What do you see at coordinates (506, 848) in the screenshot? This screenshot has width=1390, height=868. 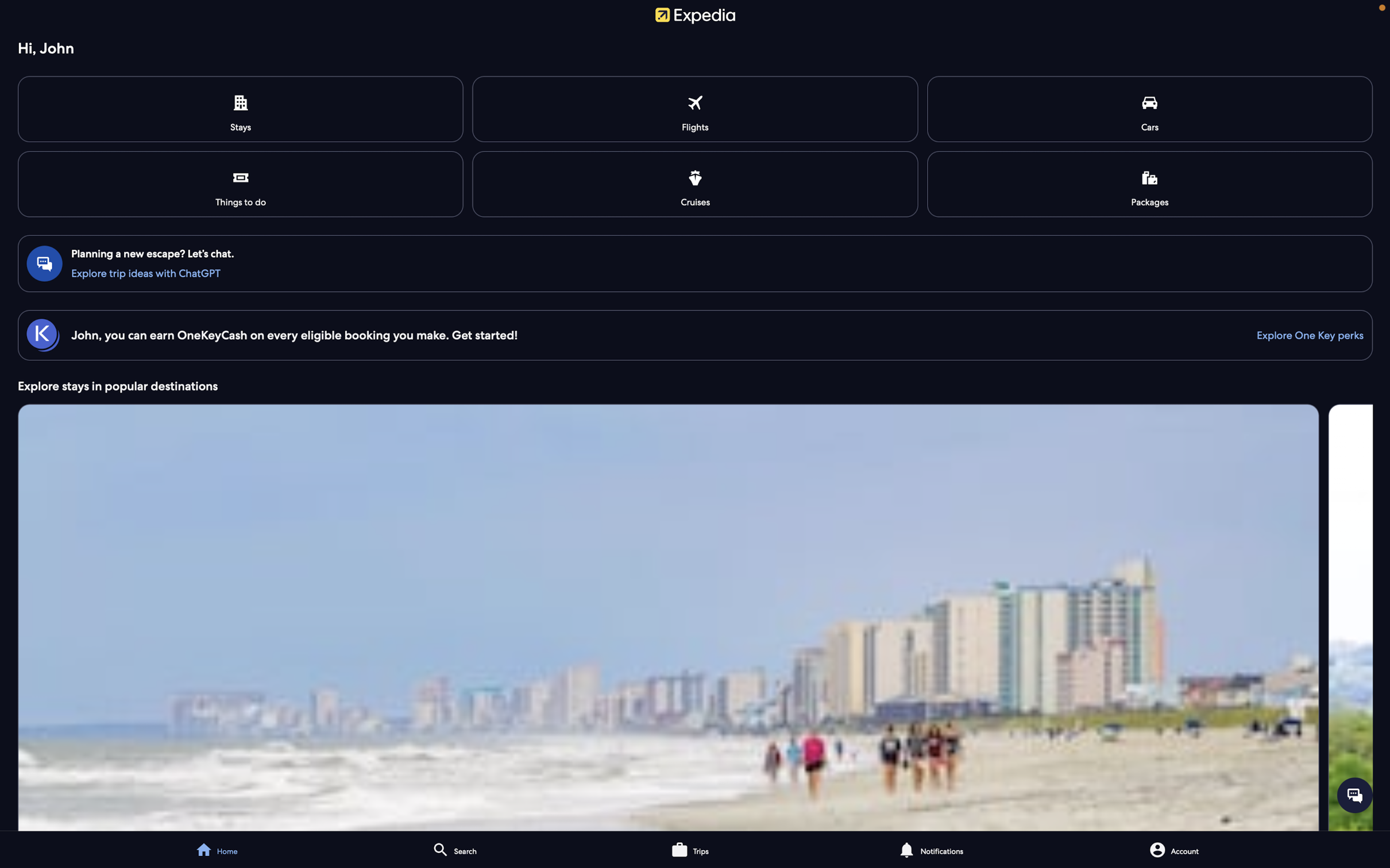 I see `a location in Paris` at bounding box center [506, 848].